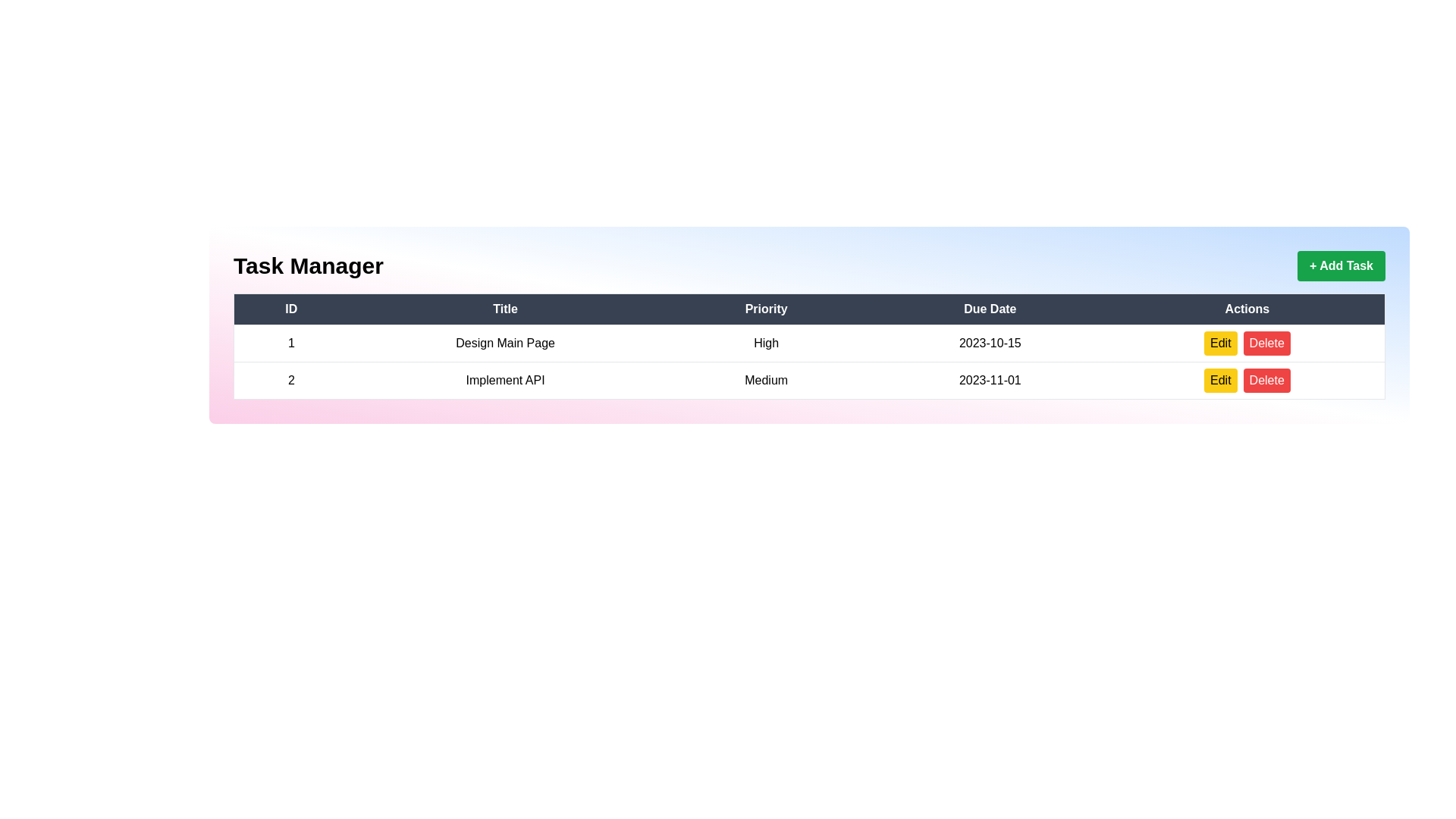  I want to click on the text element that displays the due date for the task 'Design Main Page', located in the fourth column of the task table, so click(990, 343).